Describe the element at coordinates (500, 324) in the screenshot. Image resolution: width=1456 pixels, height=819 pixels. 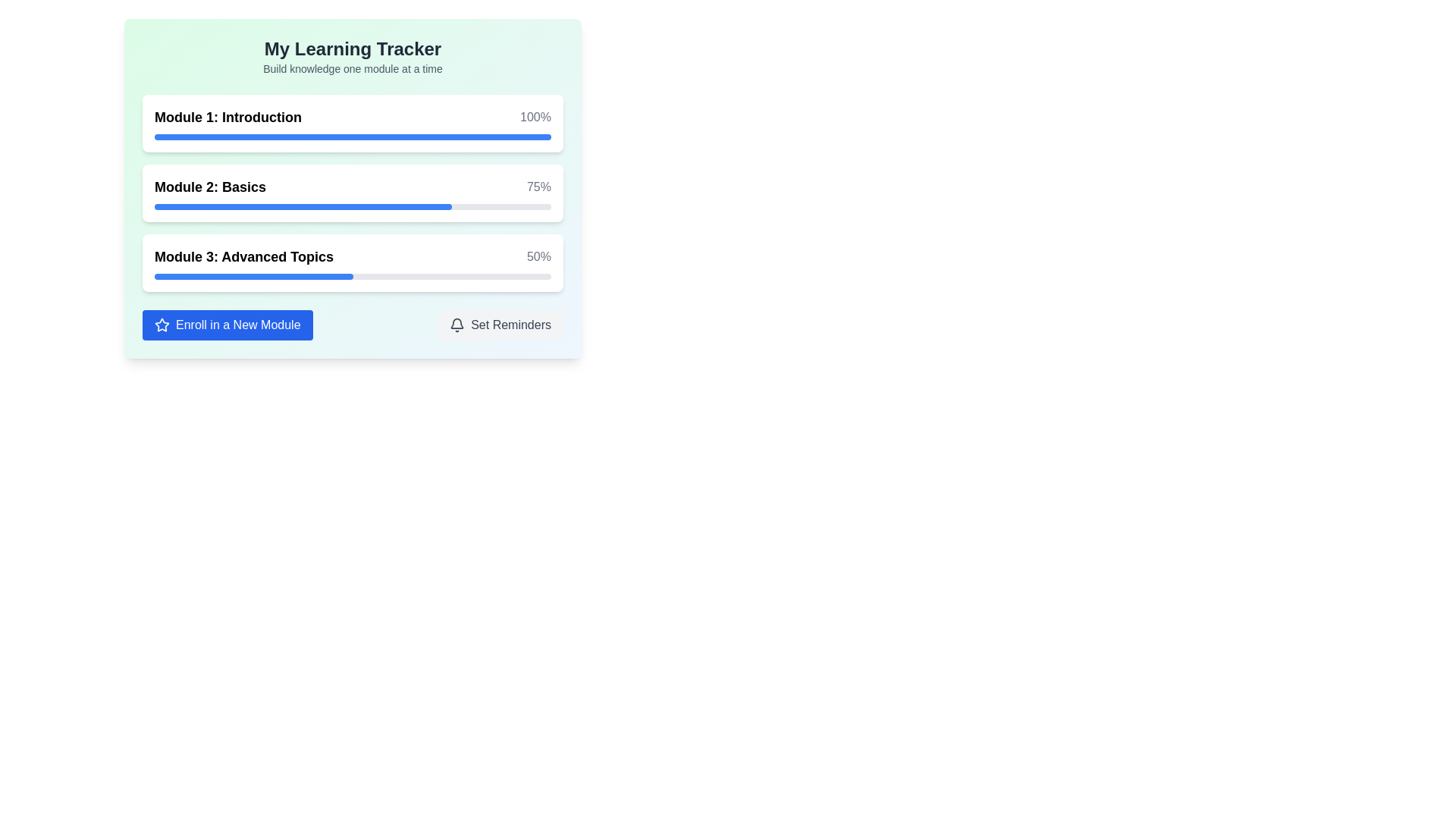
I see `the 'Set Reminders' button with a bell icon` at that location.